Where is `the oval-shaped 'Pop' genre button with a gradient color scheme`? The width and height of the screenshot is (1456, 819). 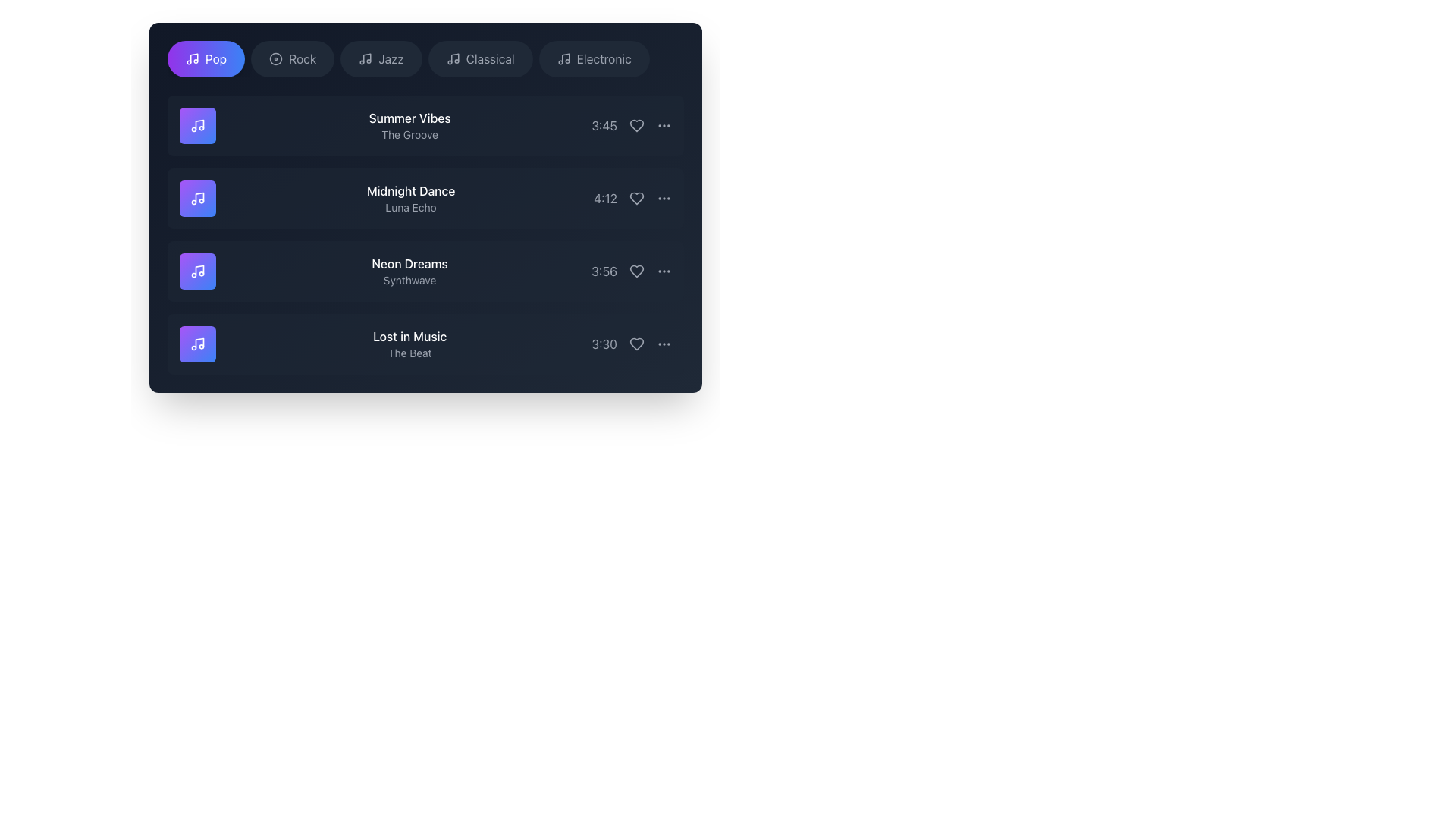 the oval-shaped 'Pop' genre button with a gradient color scheme is located at coordinates (206, 58).